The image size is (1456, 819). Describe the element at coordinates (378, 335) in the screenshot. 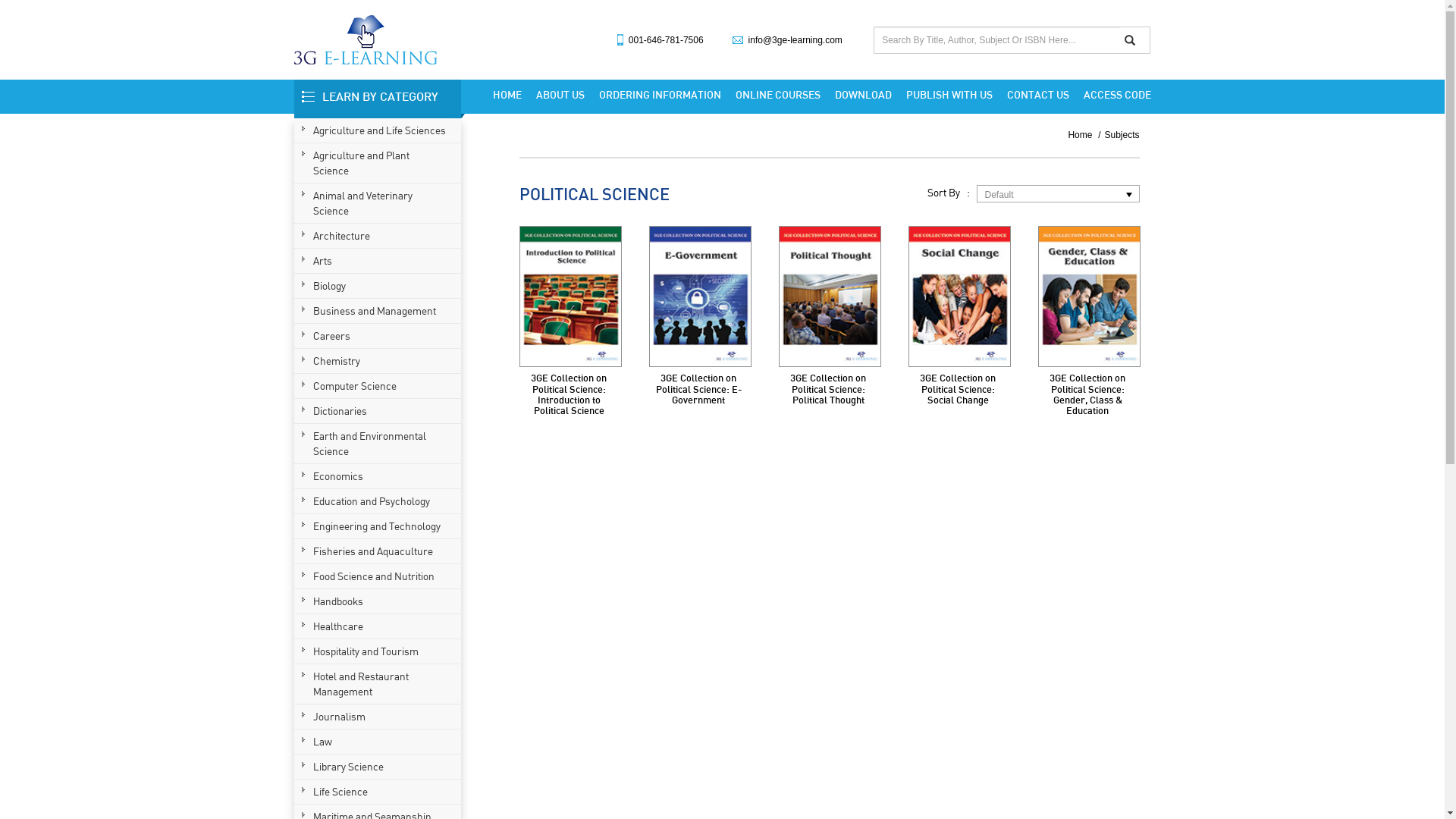

I see `'Careers'` at that location.